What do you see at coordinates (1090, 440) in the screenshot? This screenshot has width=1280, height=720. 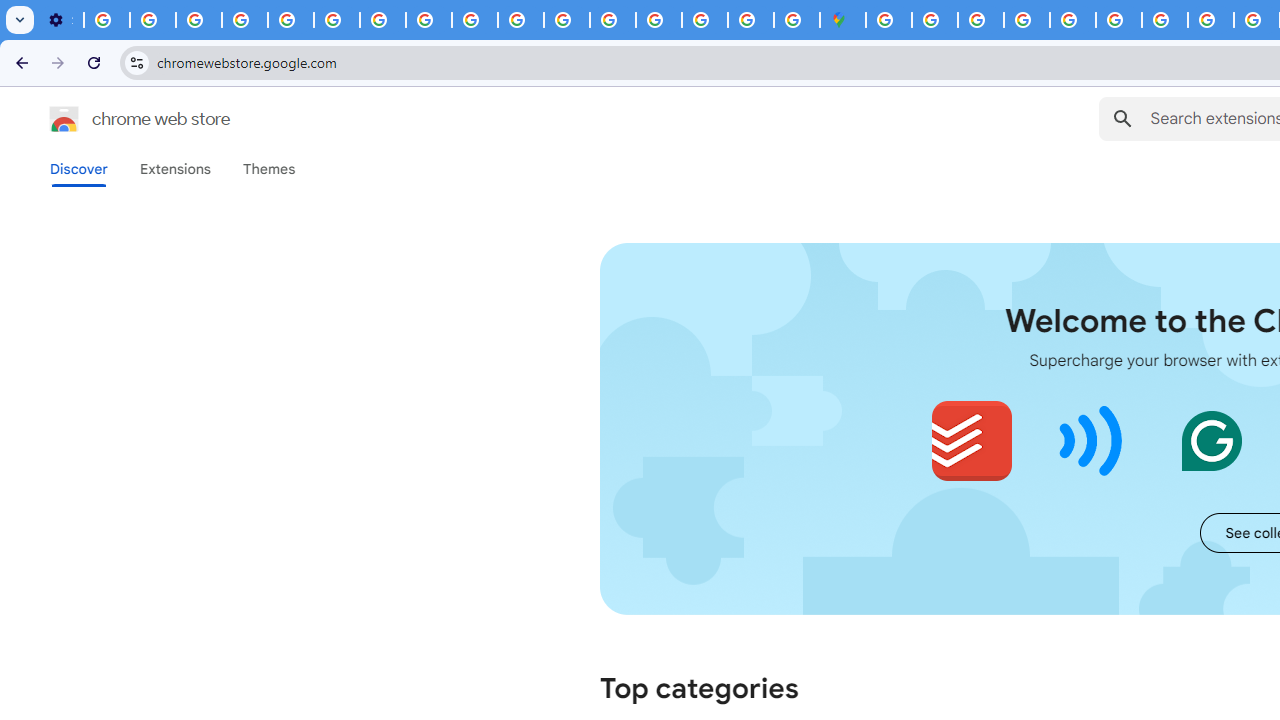 I see `'Volume Master'` at bounding box center [1090, 440].